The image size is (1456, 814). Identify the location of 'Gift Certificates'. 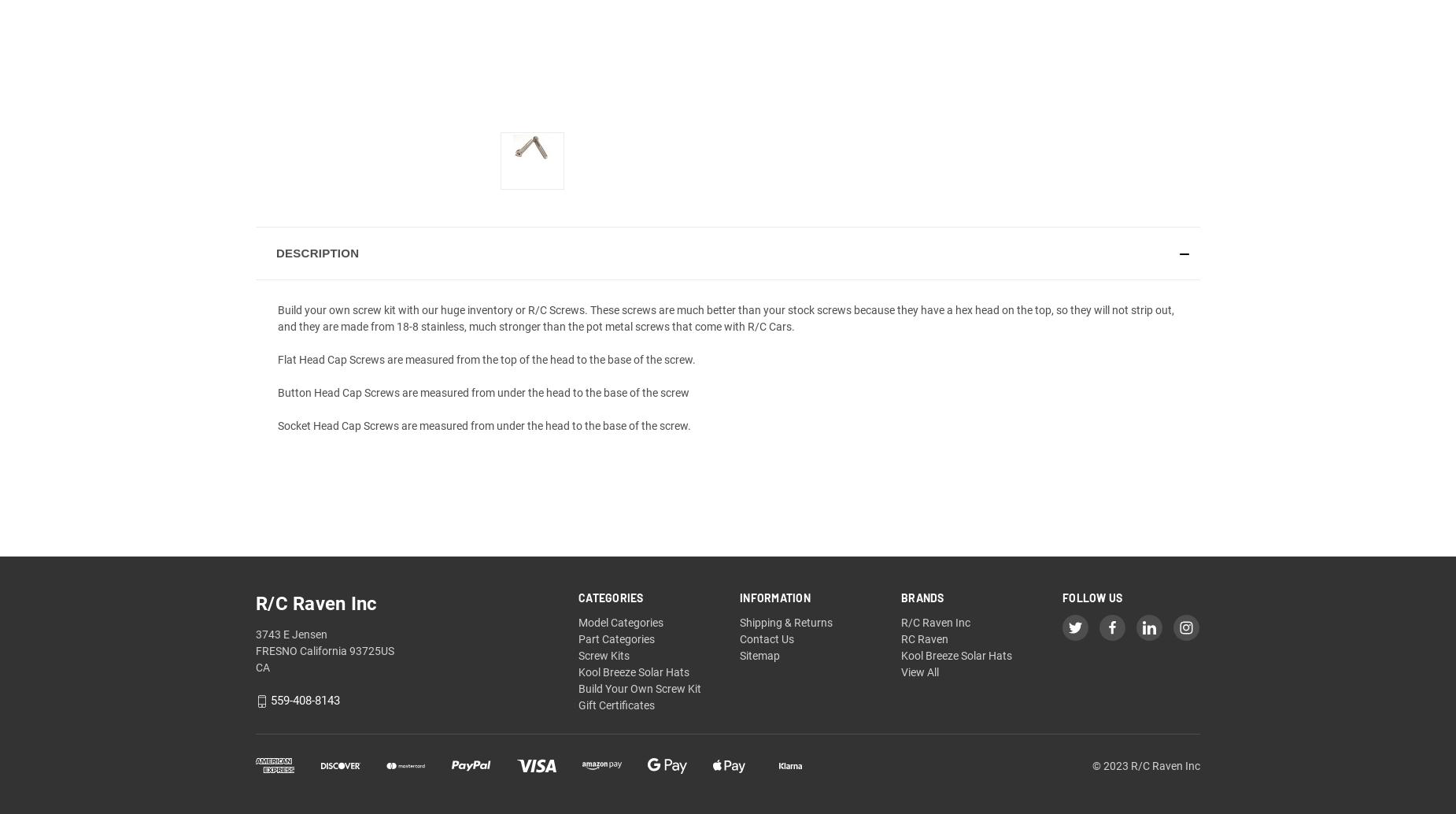
(616, 704).